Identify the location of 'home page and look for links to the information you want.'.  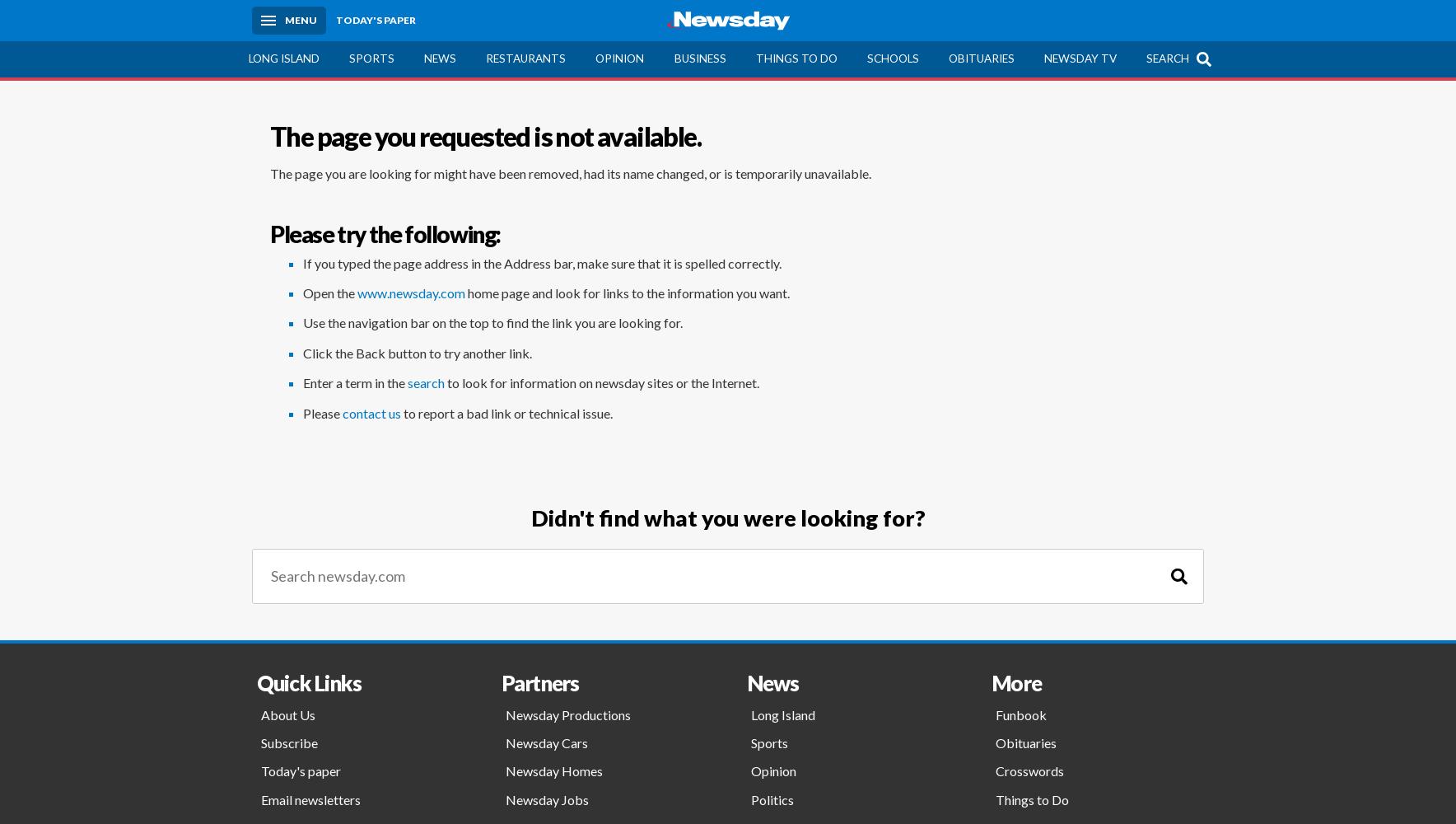
(628, 291).